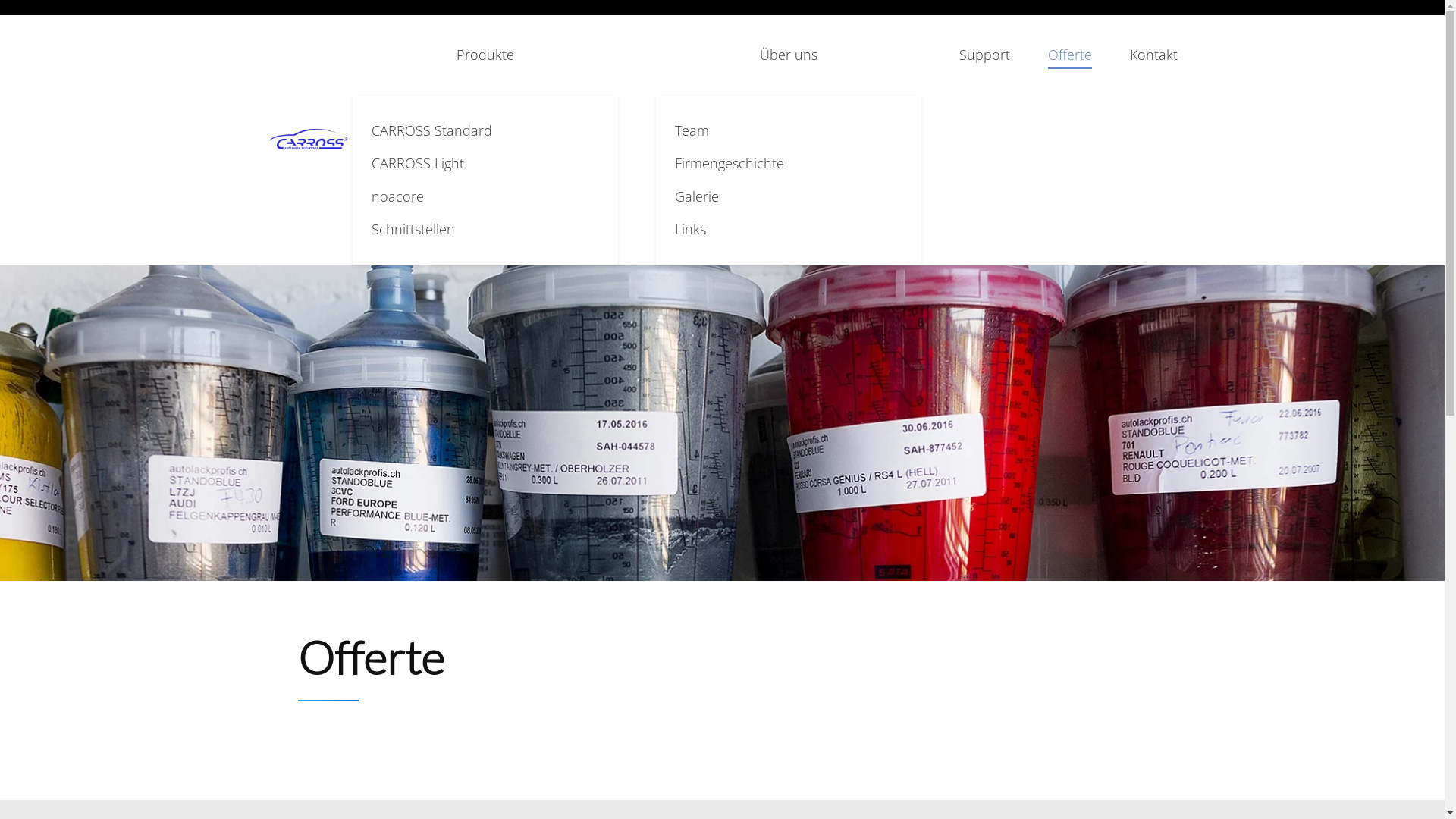 This screenshot has height=819, width=1456. Describe the element at coordinates (789, 196) in the screenshot. I see `'Galerie'` at that location.